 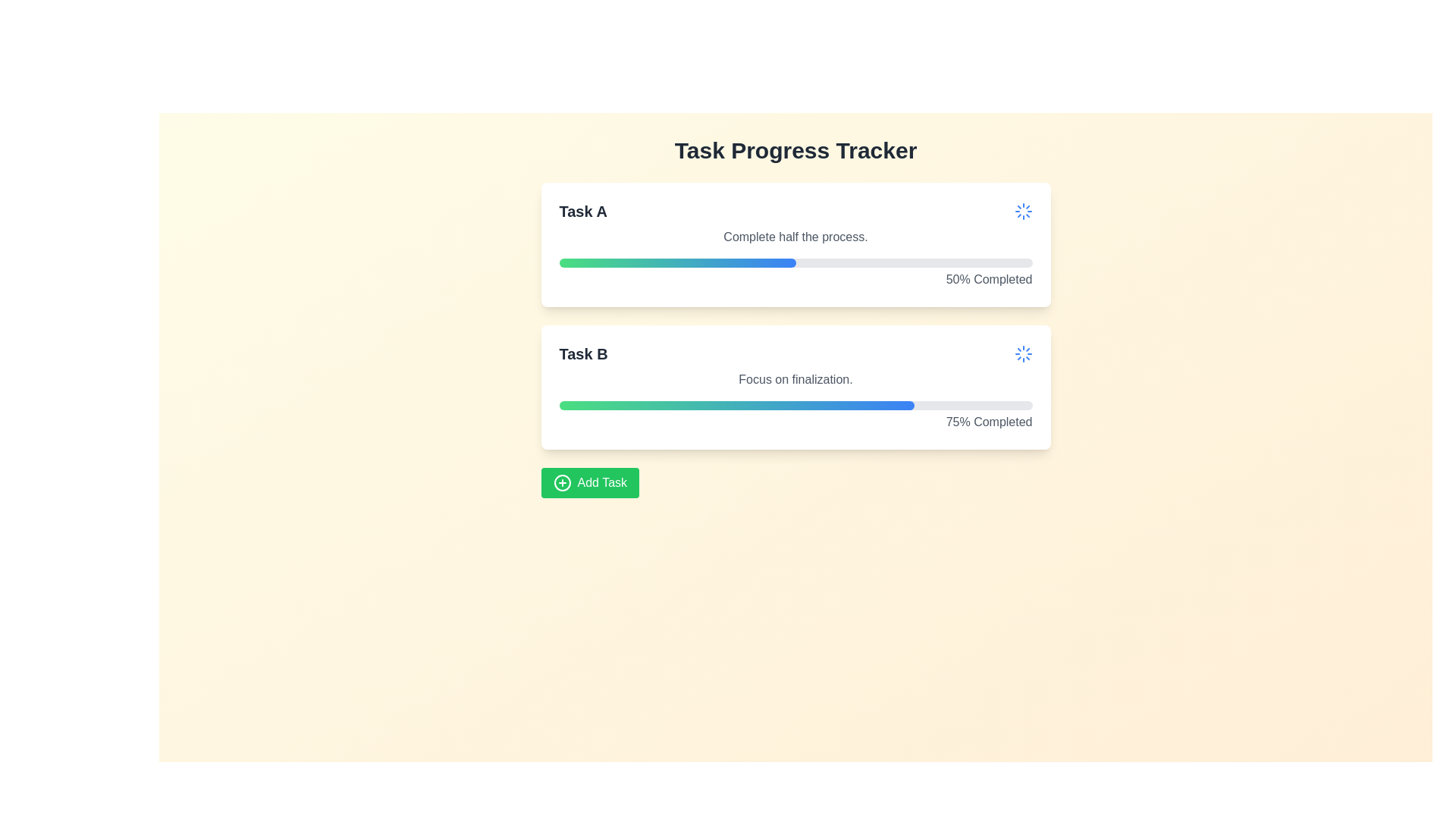 What do you see at coordinates (561, 482) in the screenshot?
I see `the plus sign icon encircled by a circular outline, which is centered inside the green button labeled 'Add Task'` at bounding box center [561, 482].